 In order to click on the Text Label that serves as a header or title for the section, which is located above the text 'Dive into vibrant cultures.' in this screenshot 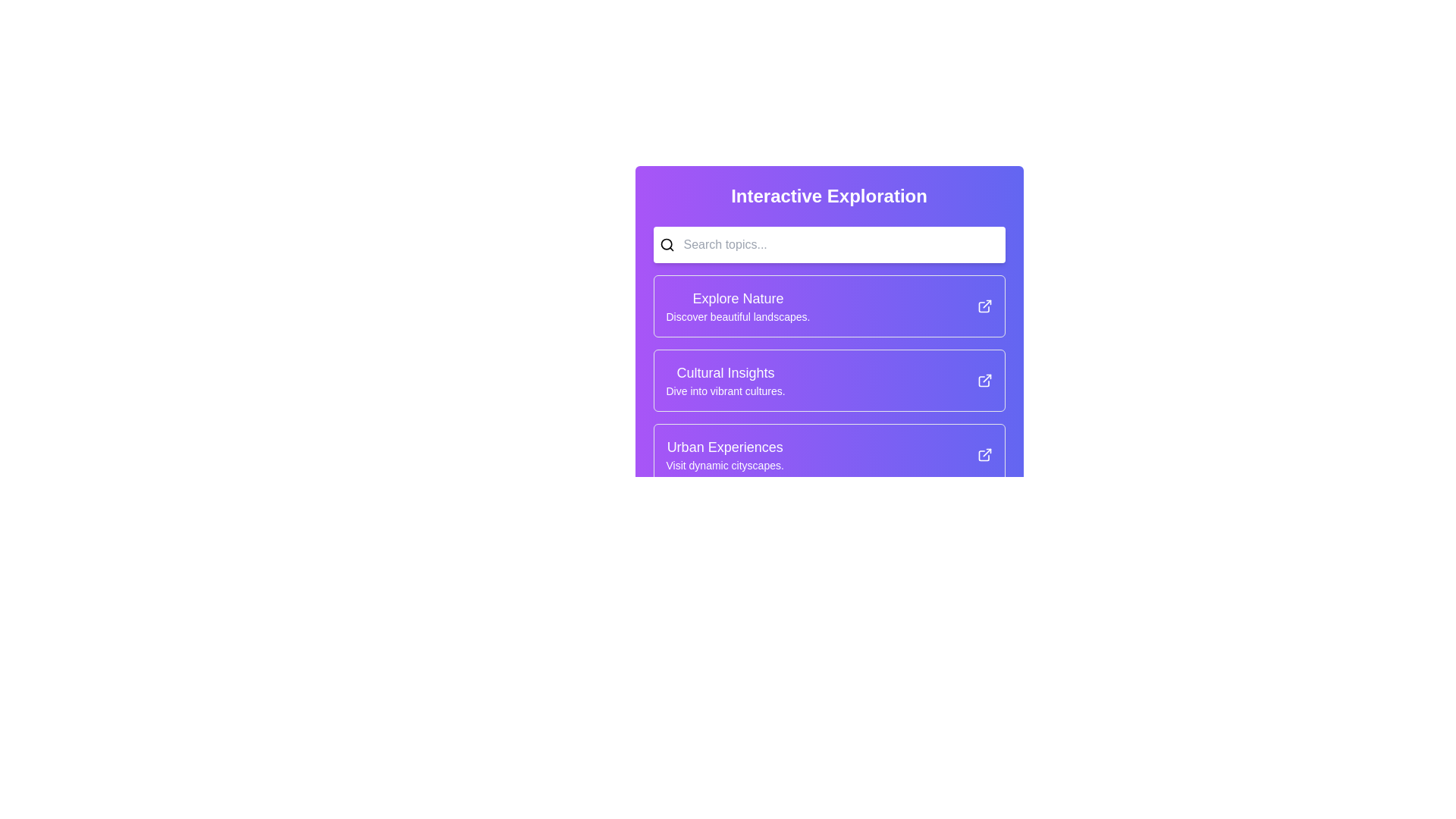, I will do `click(725, 373)`.